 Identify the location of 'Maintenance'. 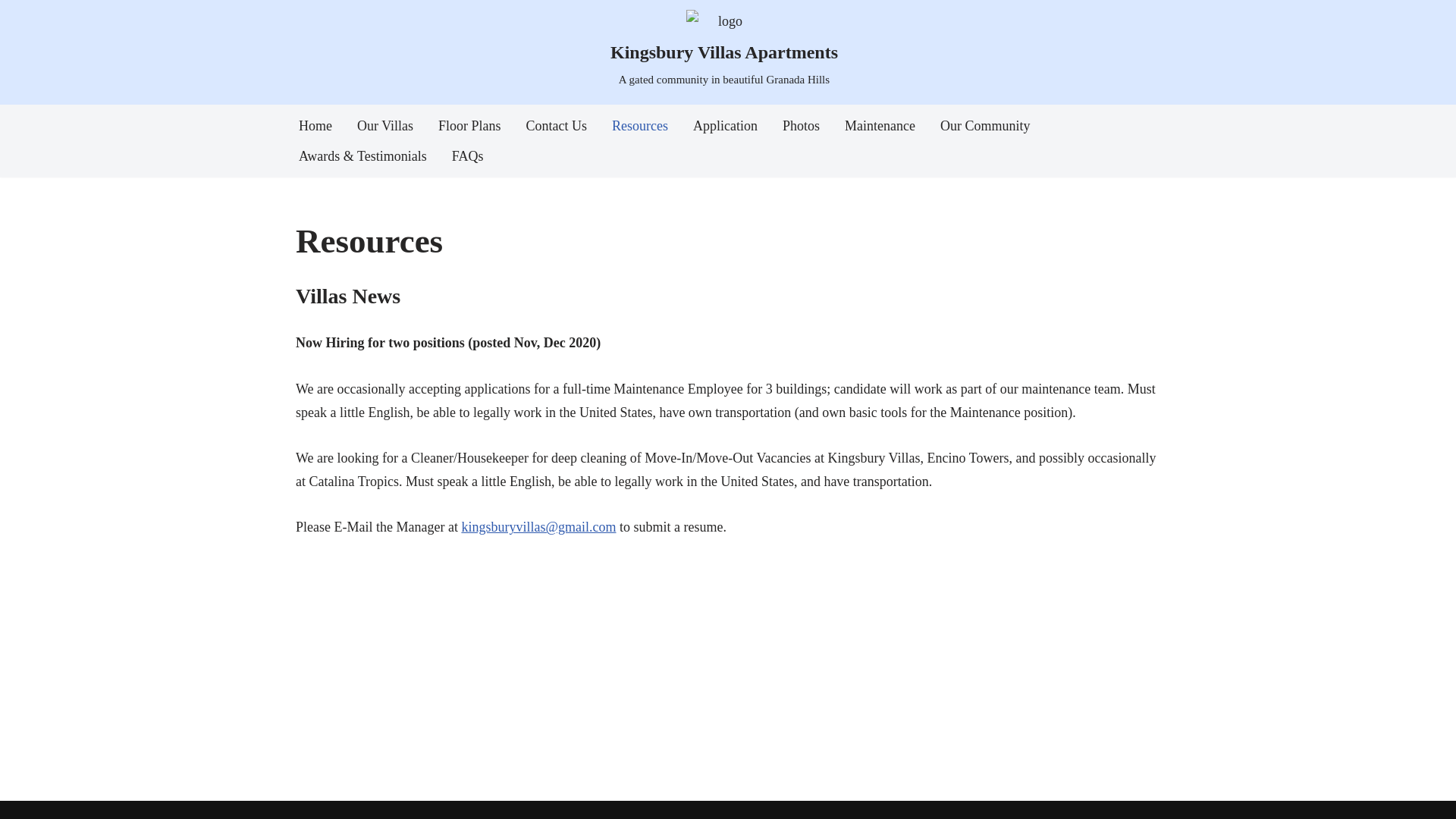
(880, 124).